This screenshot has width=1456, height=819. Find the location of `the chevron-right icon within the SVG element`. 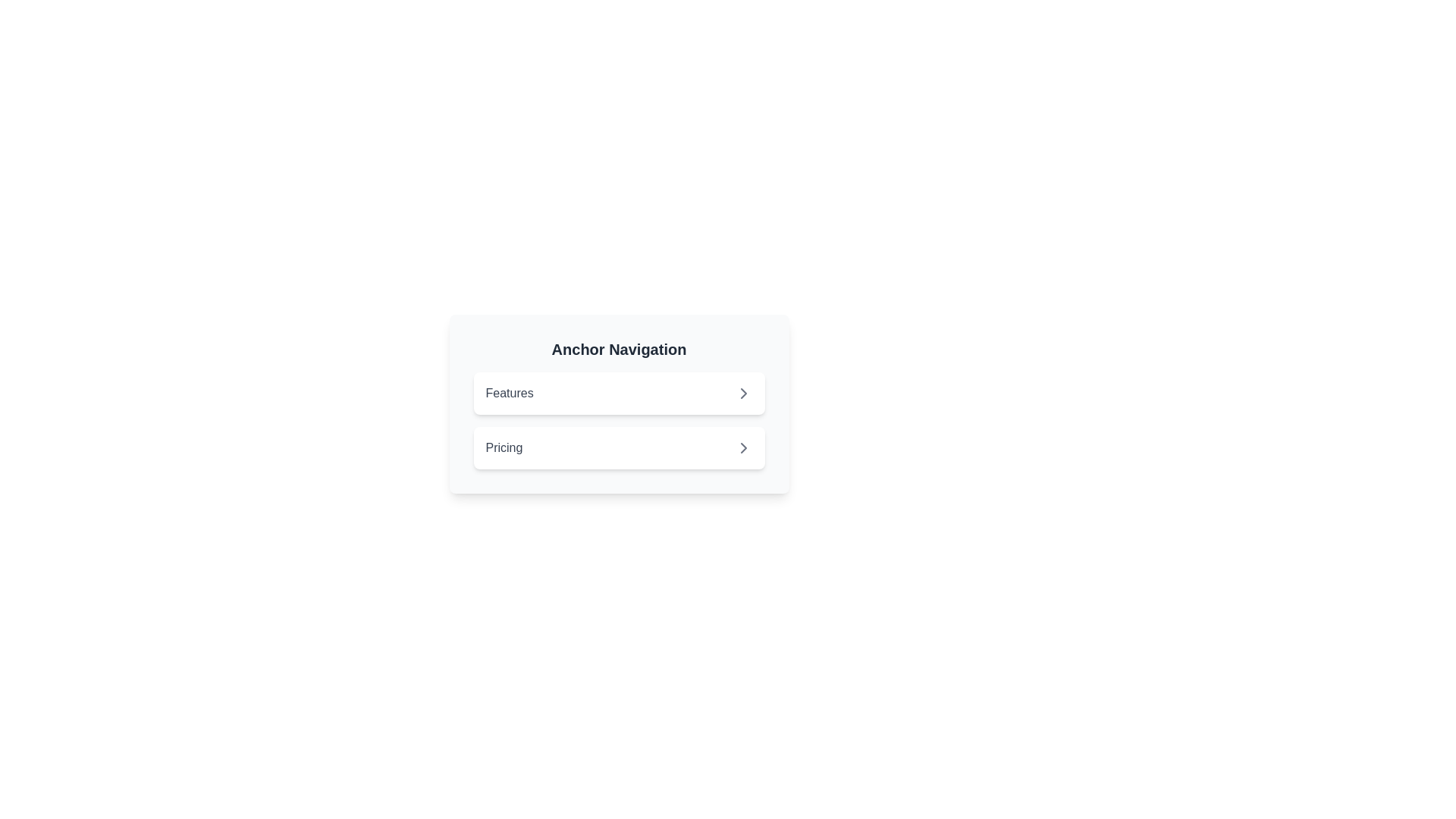

the chevron-right icon within the SVG element is located at coordinates (743, 393).